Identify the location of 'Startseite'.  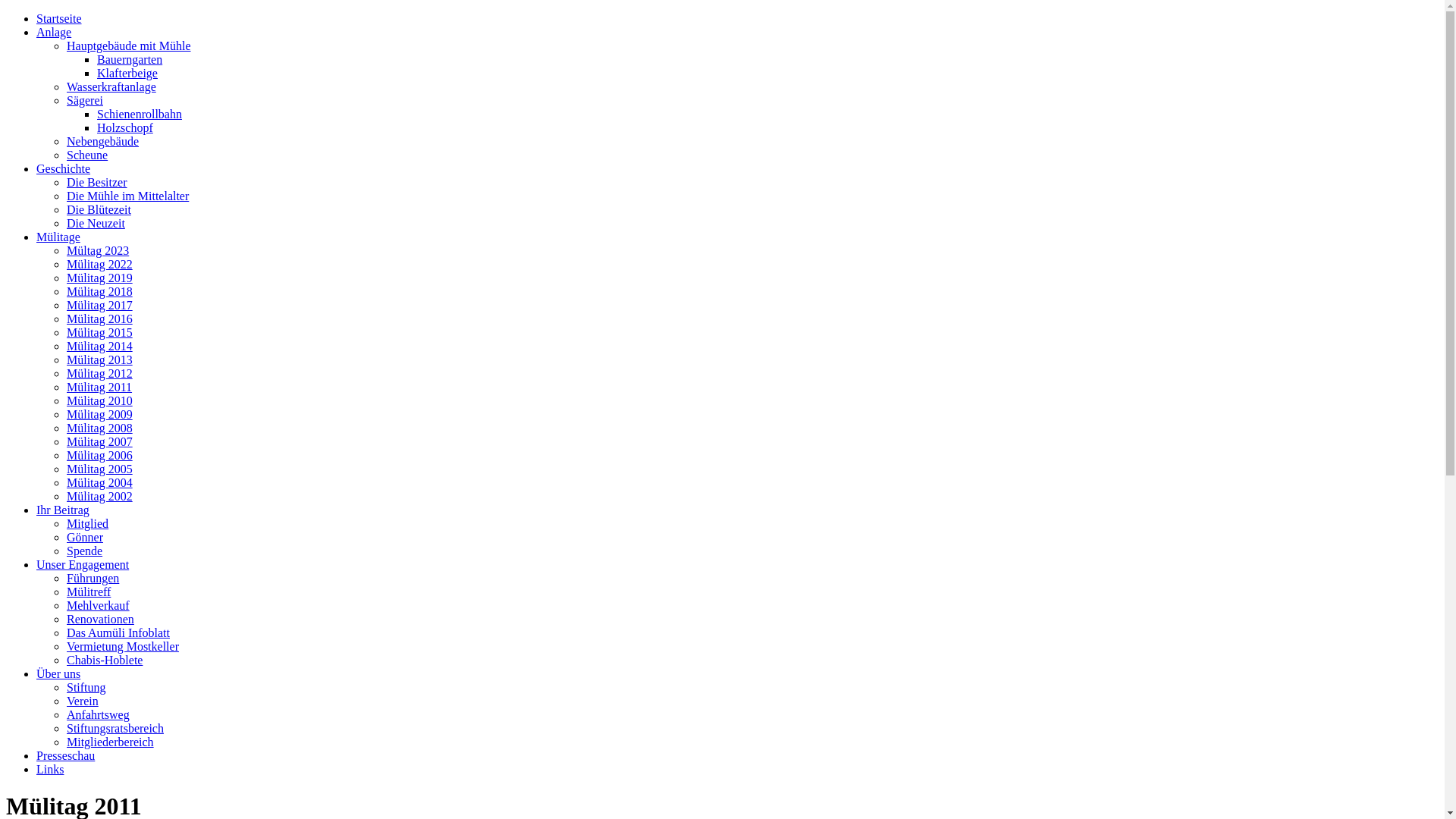
(58, 18).